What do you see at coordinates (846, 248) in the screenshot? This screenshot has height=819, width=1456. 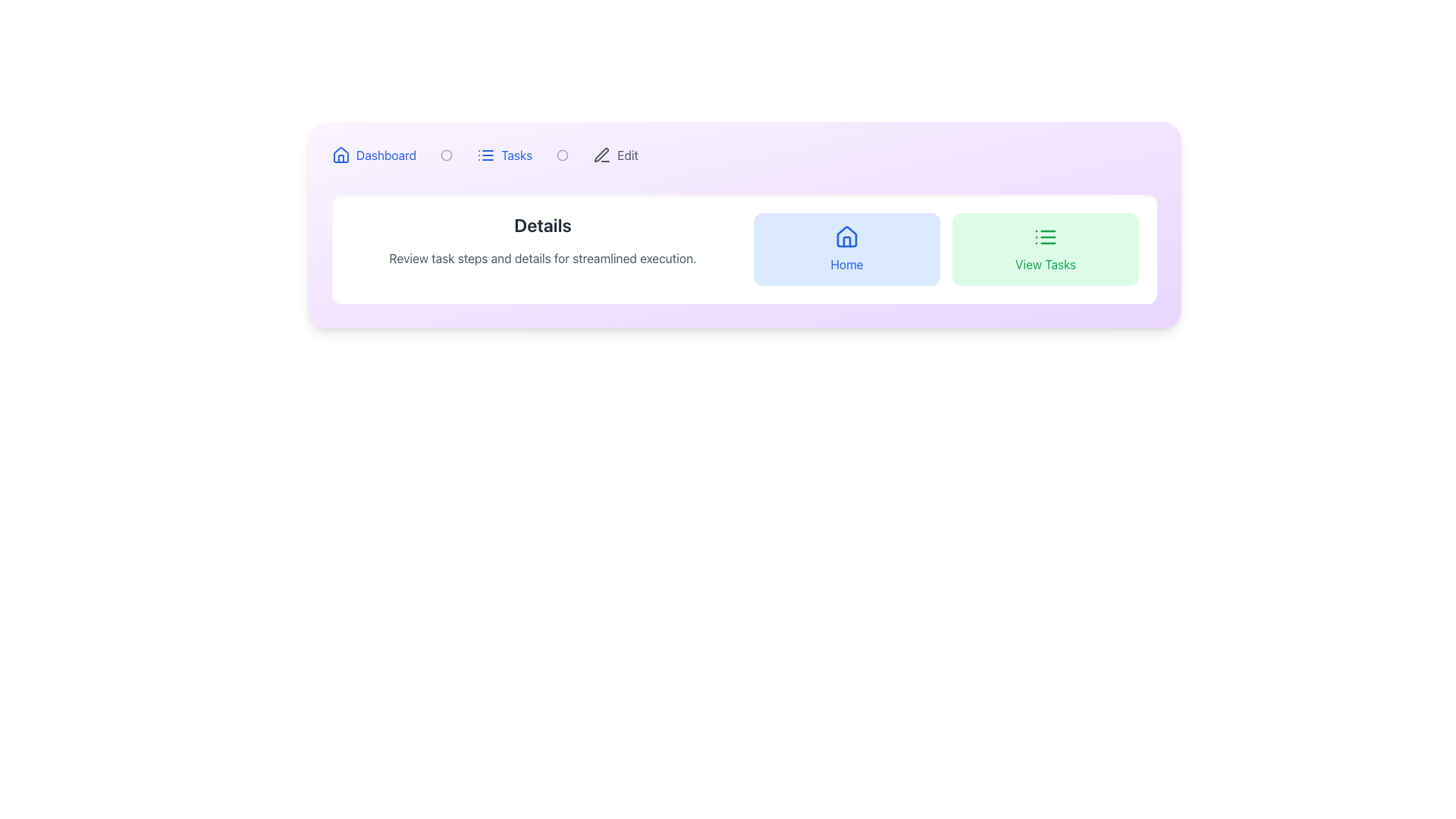 I see `the rectangular button with a light blue background and a house icon labeled 'Home' to observe hover effects` at bounding box center [846, 248].